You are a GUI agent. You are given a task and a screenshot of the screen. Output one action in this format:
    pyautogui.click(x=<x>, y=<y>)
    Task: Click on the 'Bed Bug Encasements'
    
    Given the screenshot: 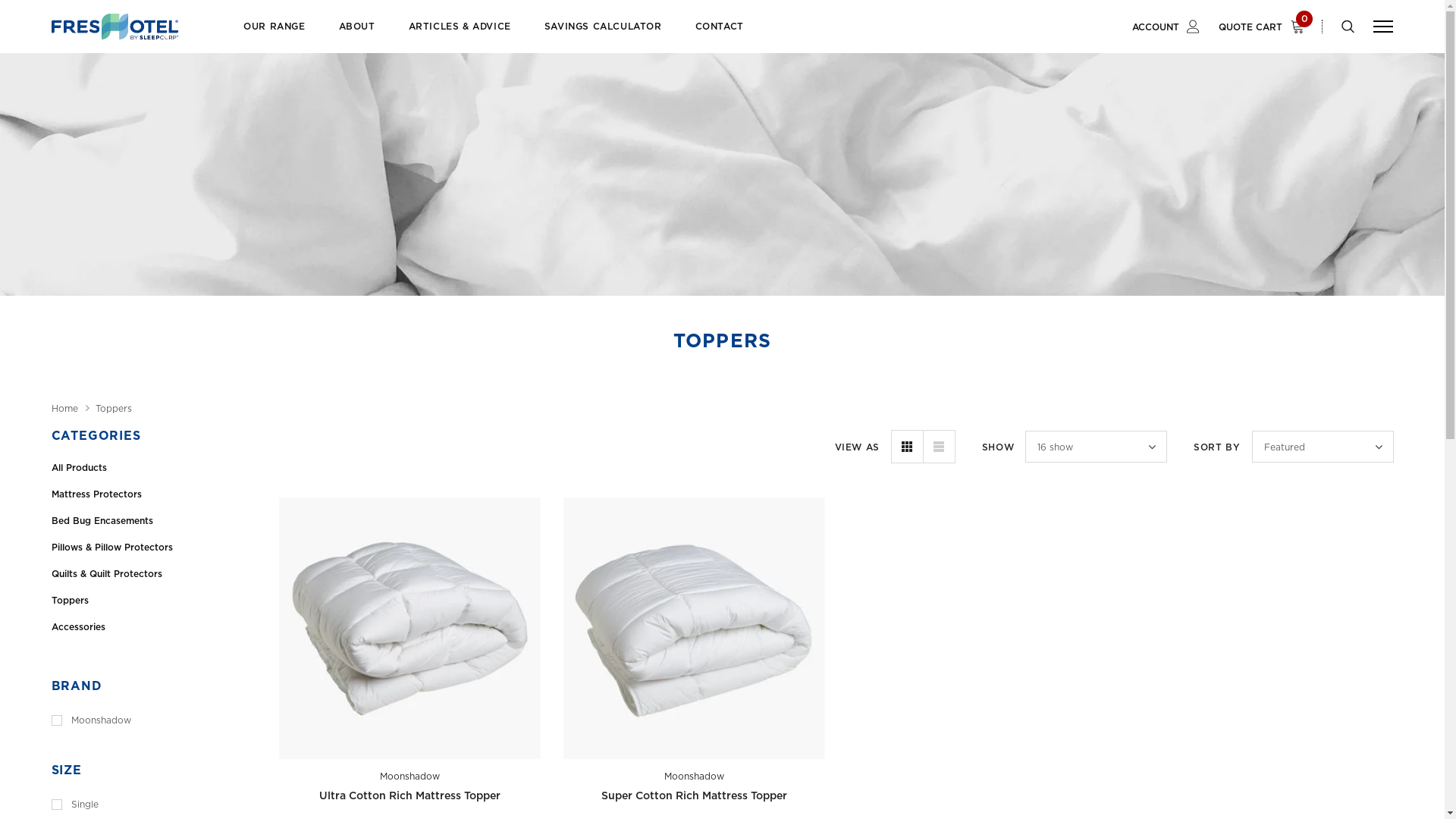 What is the action you would take?
    pyautogui.click(x=153, y=519)
    